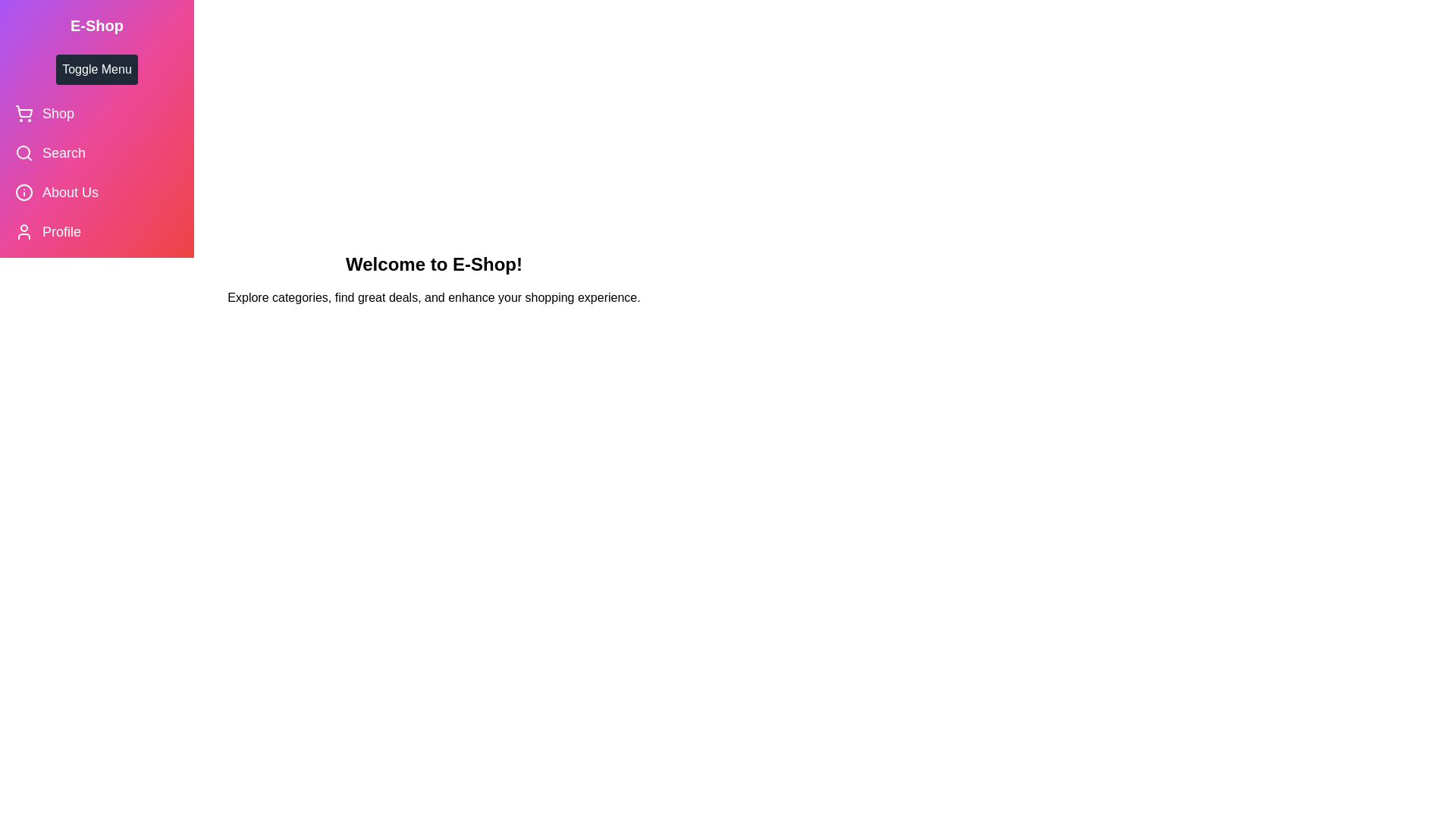 Image resolution: width=1456 pixels, height=819 pixels. I want to click on the 'Profile' menu item, so click(96, 231).